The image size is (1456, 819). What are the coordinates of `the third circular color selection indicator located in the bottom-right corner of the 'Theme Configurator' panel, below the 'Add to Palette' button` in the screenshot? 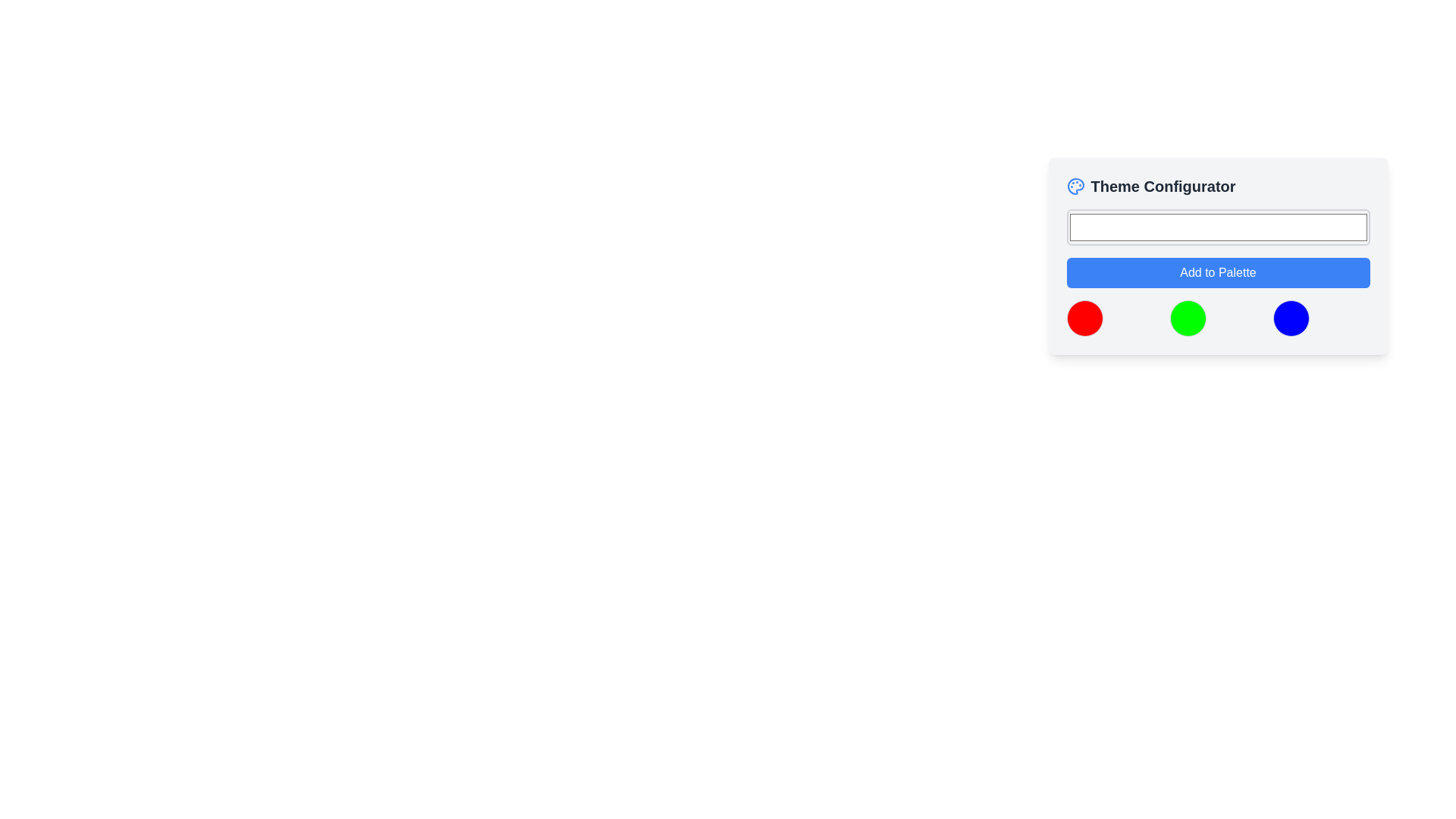 It's located at (1290, 318).